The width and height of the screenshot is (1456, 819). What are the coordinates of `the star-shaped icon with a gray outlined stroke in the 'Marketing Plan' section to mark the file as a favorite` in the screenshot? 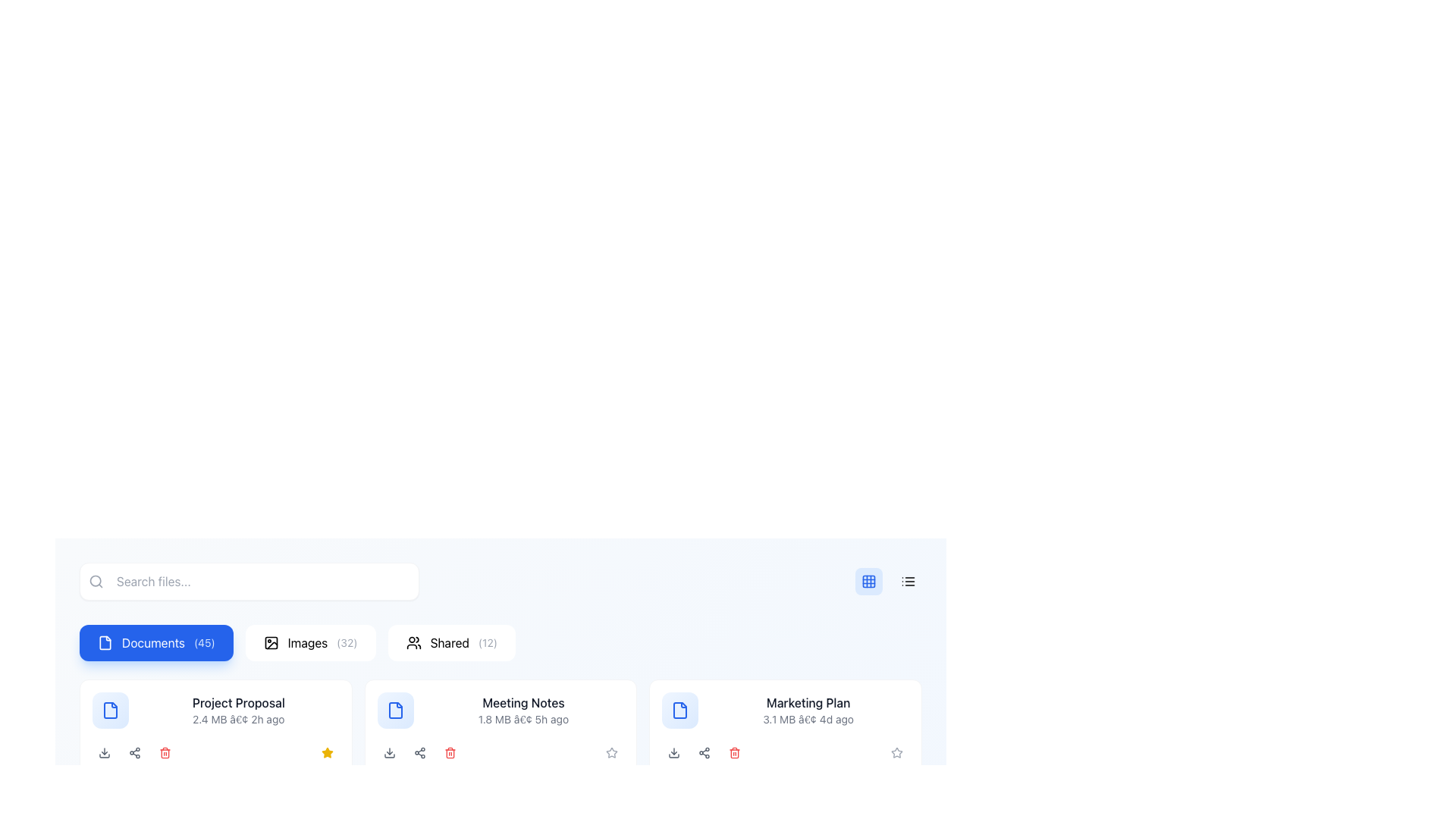 It's located at (612, 752).